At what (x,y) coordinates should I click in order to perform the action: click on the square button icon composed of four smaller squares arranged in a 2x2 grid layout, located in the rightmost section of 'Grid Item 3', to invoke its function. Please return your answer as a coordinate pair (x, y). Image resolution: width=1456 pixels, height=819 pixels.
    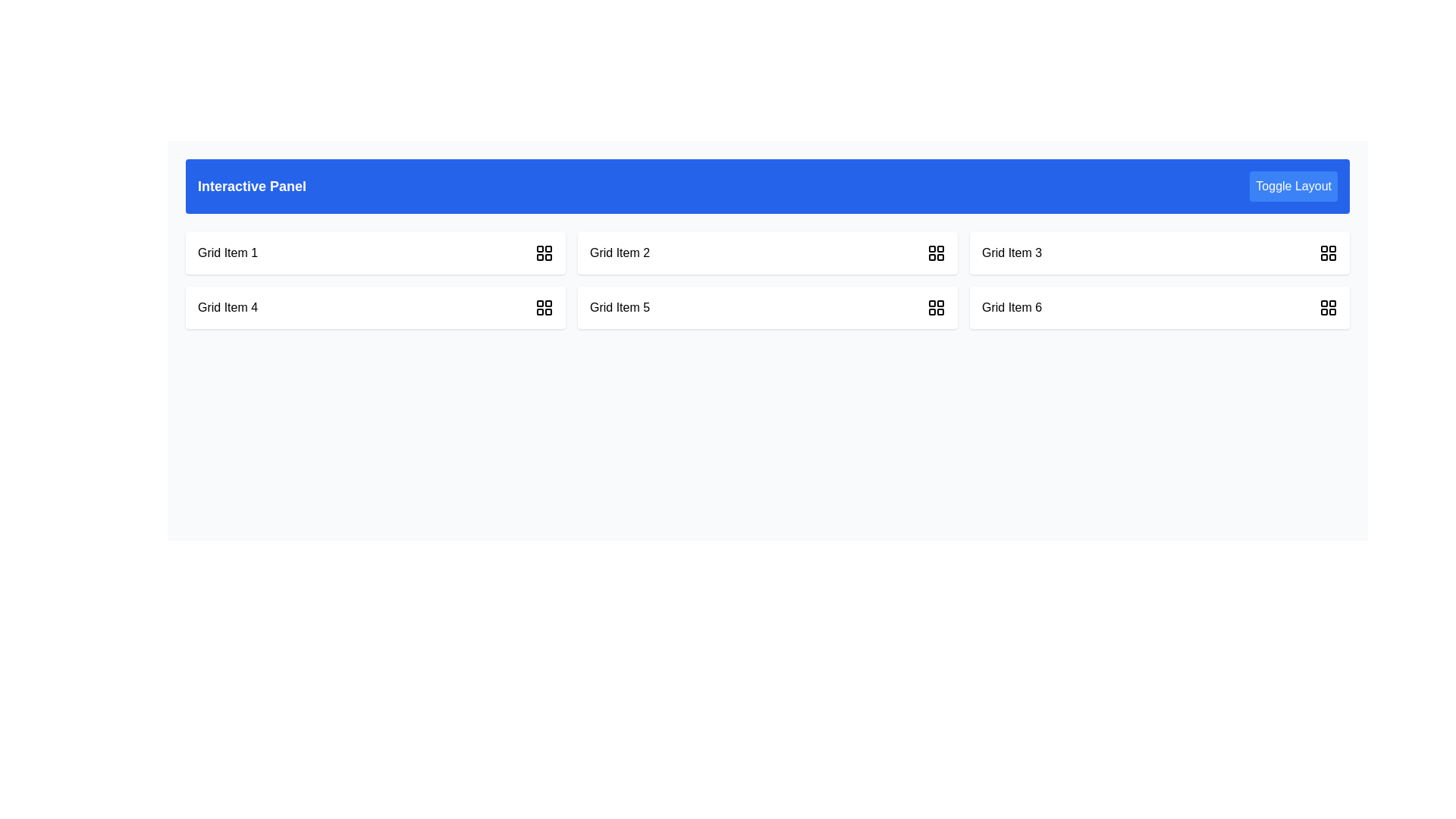
    Looking at the image, I should click on (1328, 253).